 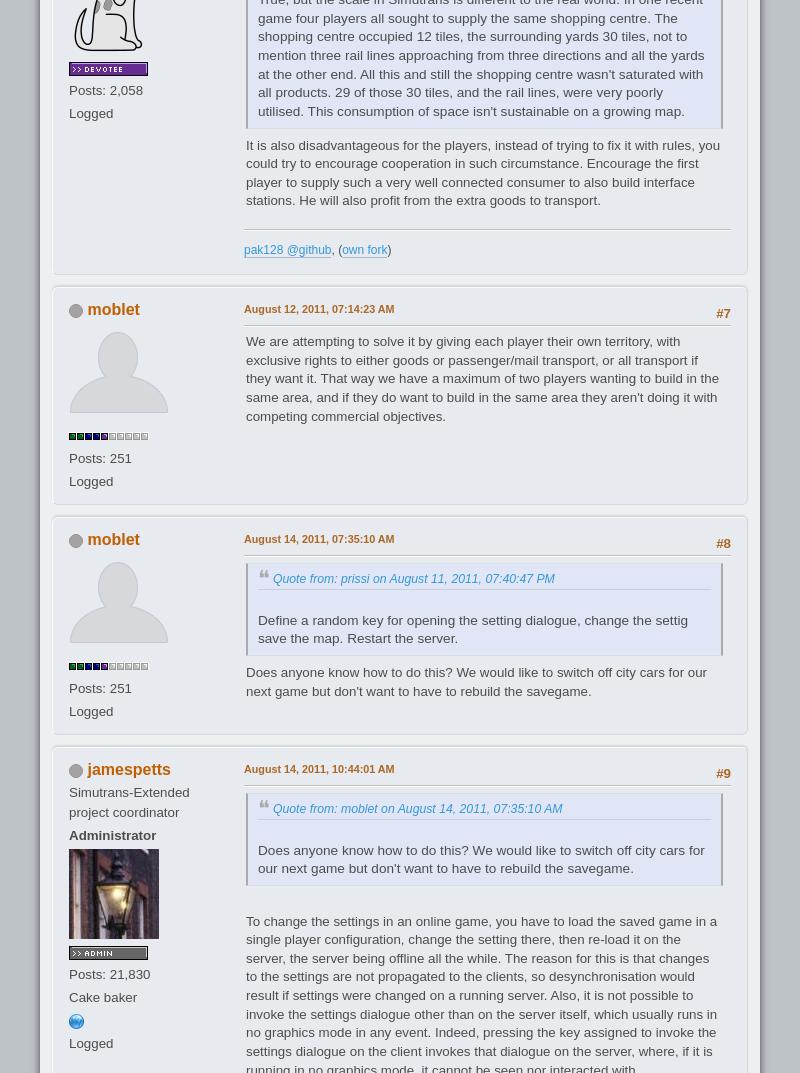 I want to click on 'Administrator', so click(x=111, y=834).